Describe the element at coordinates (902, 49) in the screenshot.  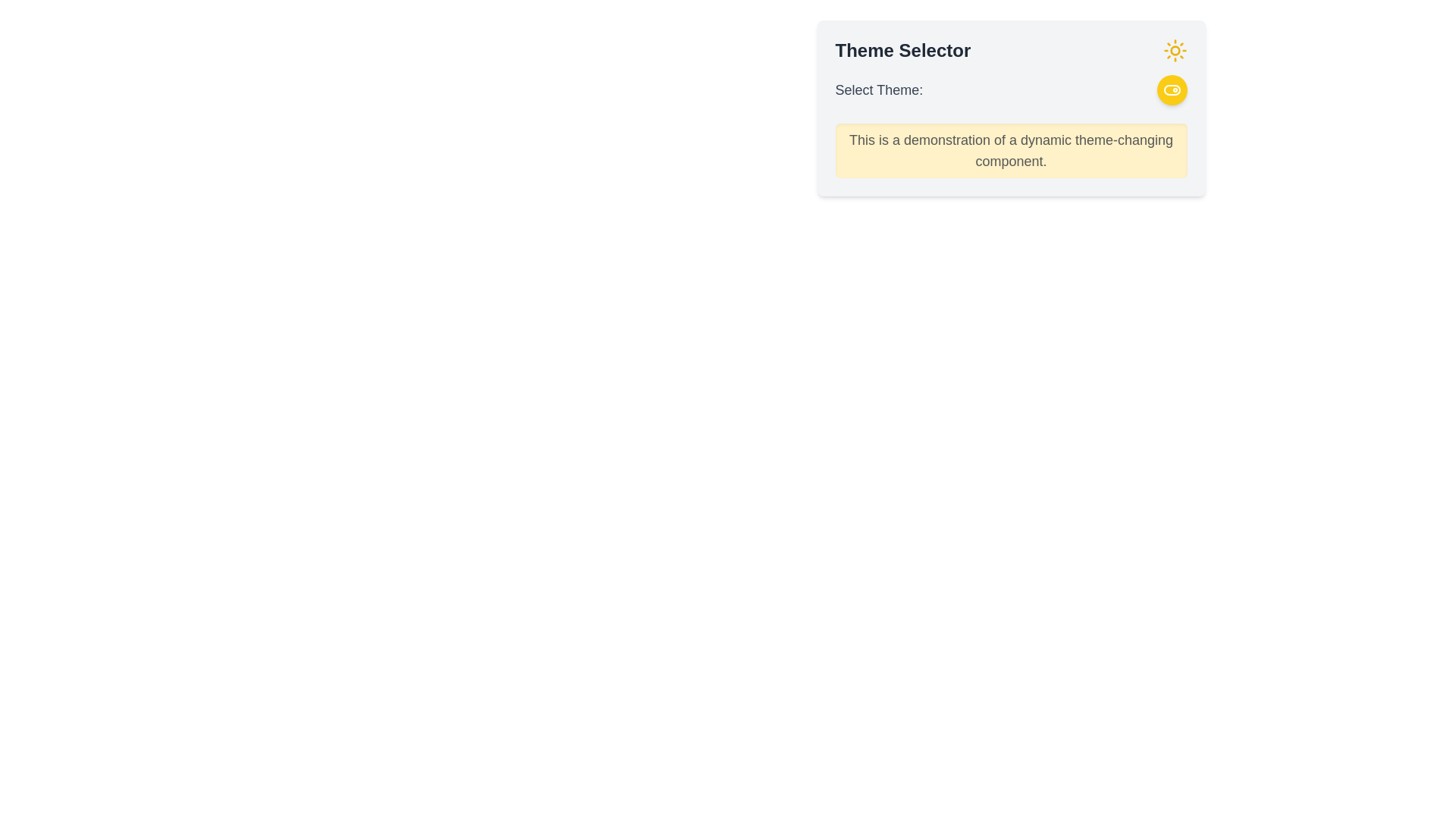
I see `the 'Theme Selector' text label, which is styled with a larger font size and bold weight, located at the top-left corner of the card-like UI group` at that location.